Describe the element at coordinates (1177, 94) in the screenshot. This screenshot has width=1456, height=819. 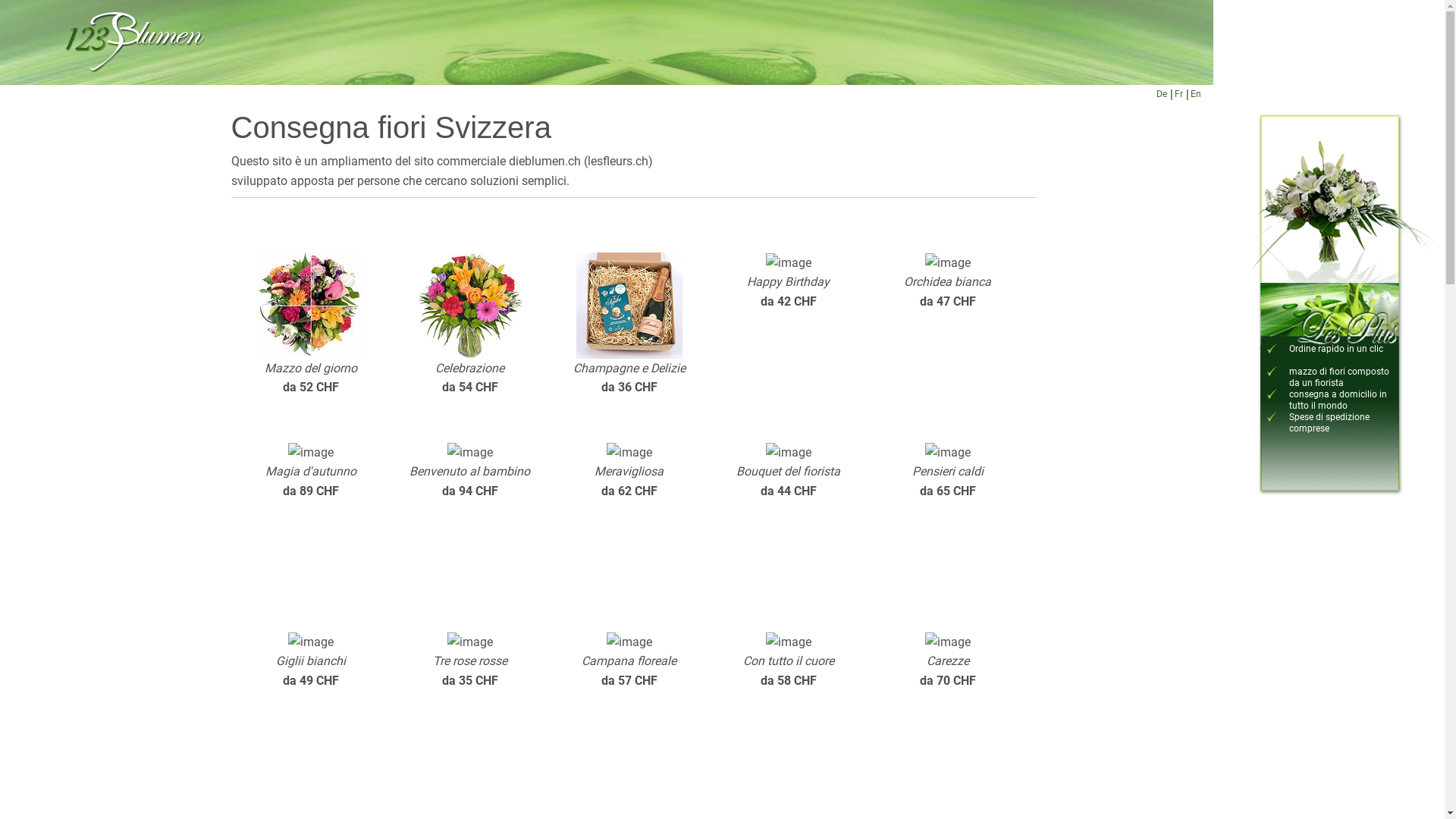
I see `'Fr'` at that location.